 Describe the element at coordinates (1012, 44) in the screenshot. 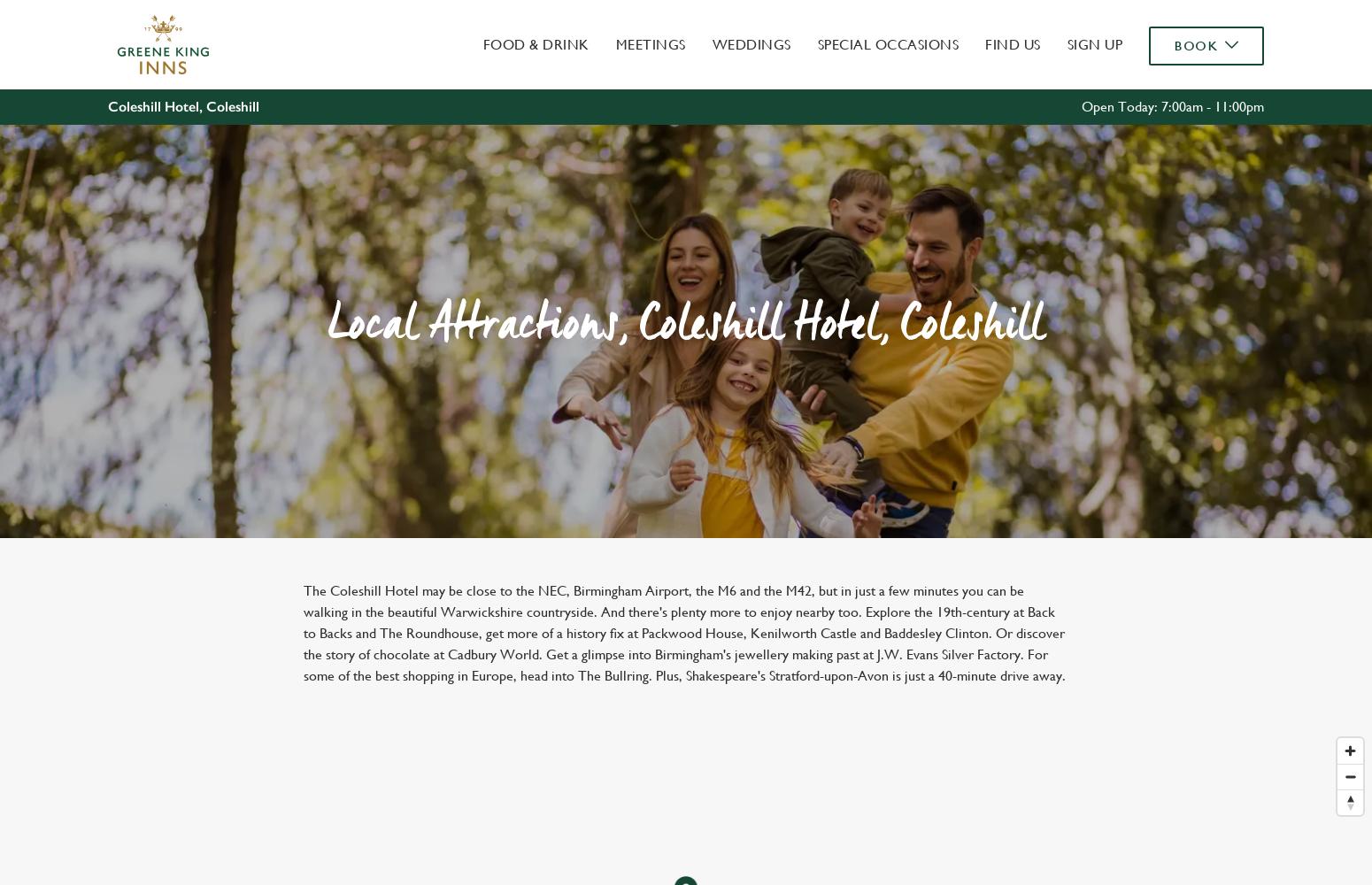

I see `'Find Us'` at that location.